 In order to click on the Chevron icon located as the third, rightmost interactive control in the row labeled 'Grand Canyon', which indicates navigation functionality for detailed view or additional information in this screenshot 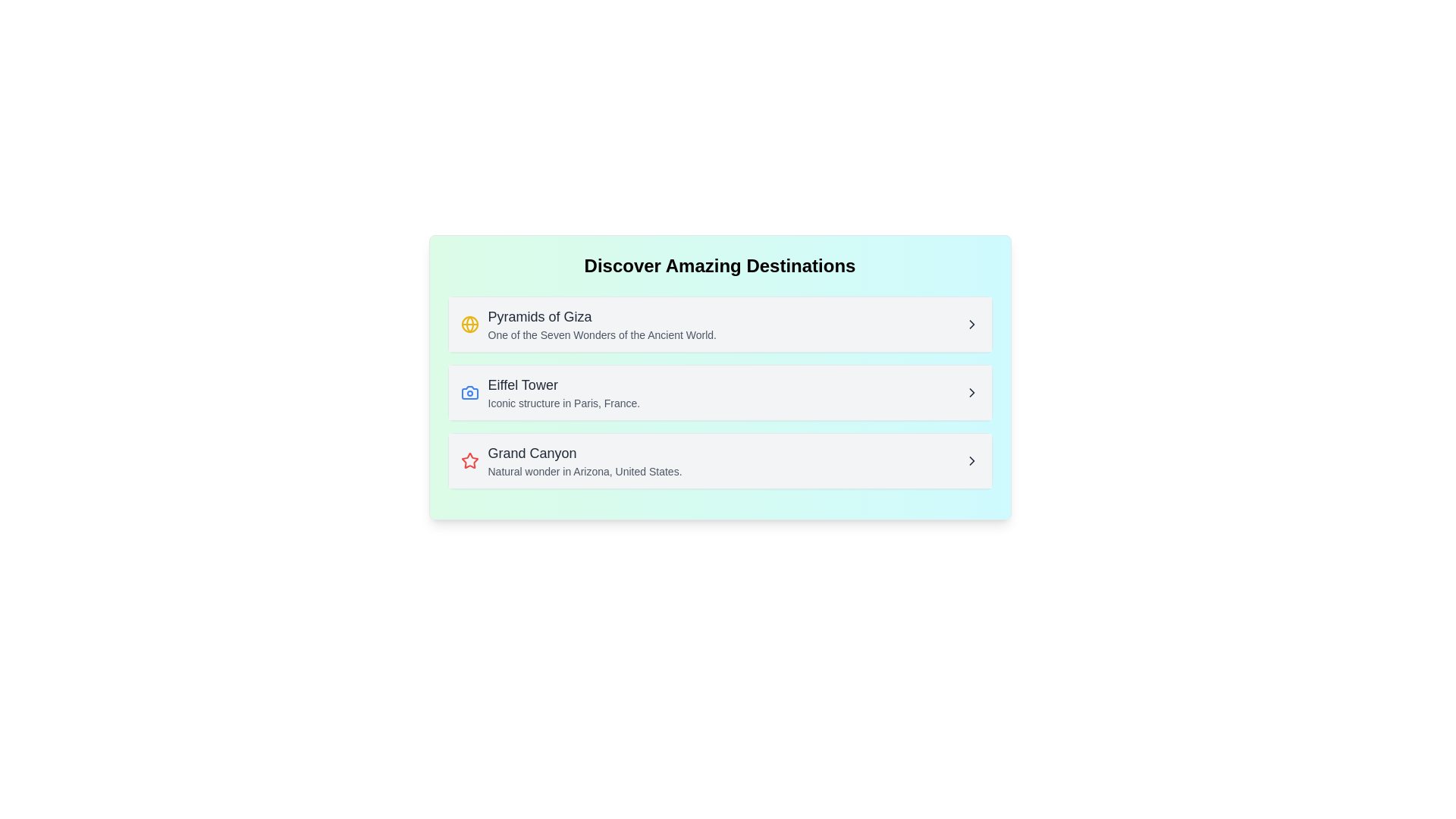, I will do `click(971, 460)`.